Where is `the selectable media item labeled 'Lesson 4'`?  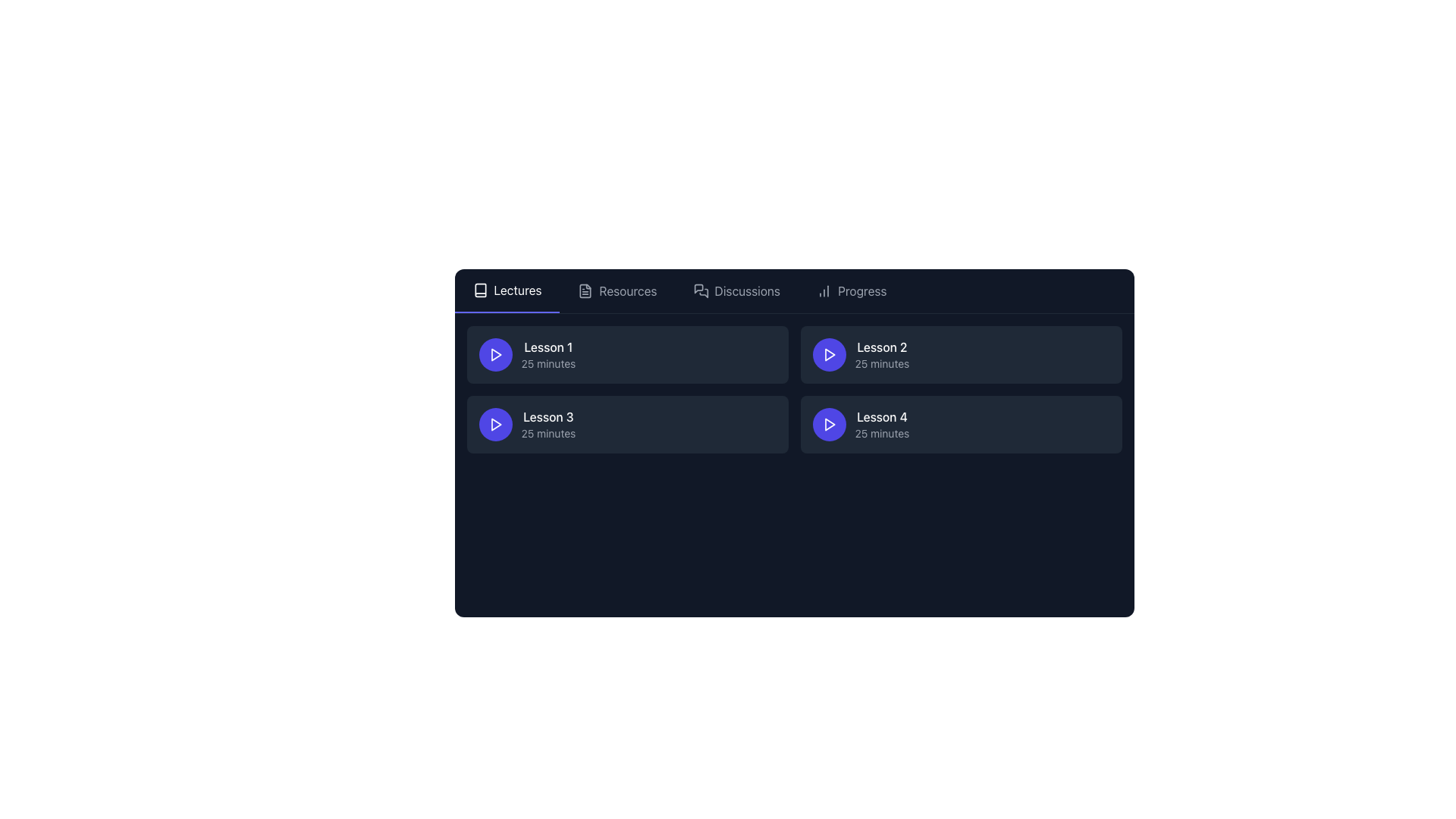 the selectable media item labeled 'Lesson 4' is located at coordinates (960, 424).